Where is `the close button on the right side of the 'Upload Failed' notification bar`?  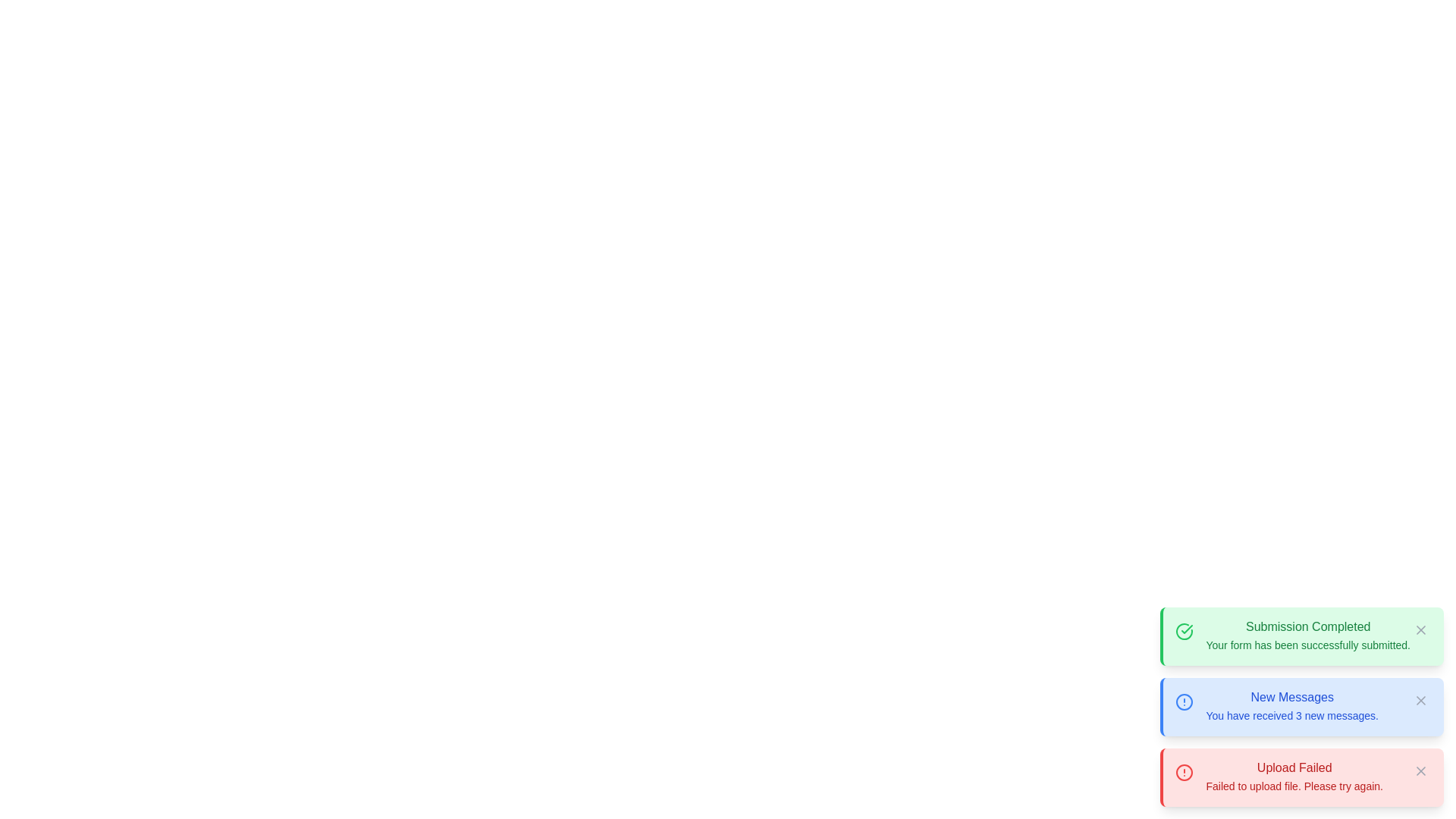 the close button on the right side of the 'Upload Failed' notification bar is located at coordinates (1420, 771).